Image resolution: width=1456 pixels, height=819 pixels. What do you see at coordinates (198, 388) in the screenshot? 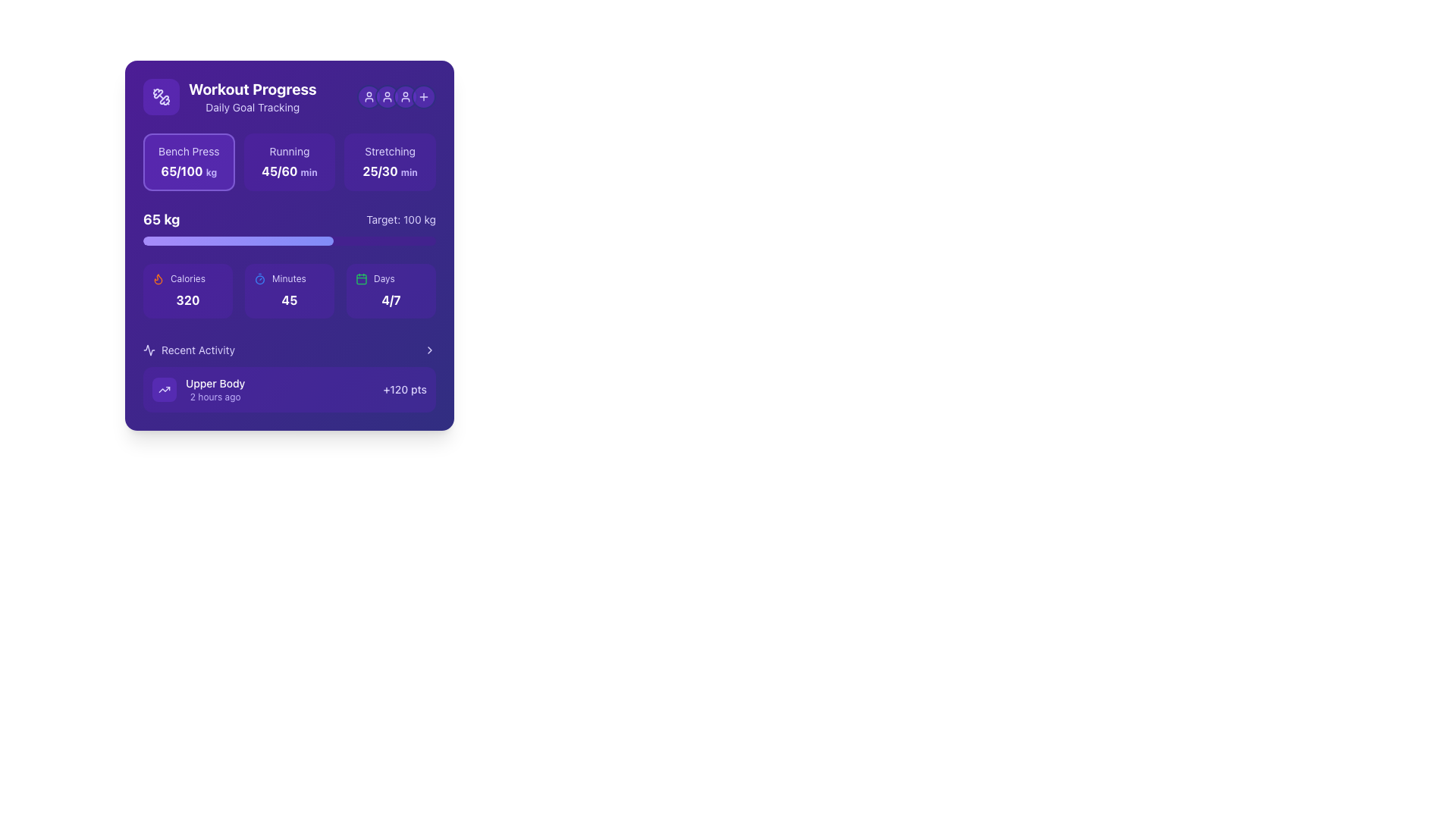
I see `the activity log entry for 'Upper Body' performed 2 hours ago` at bounding box center [198, 388].